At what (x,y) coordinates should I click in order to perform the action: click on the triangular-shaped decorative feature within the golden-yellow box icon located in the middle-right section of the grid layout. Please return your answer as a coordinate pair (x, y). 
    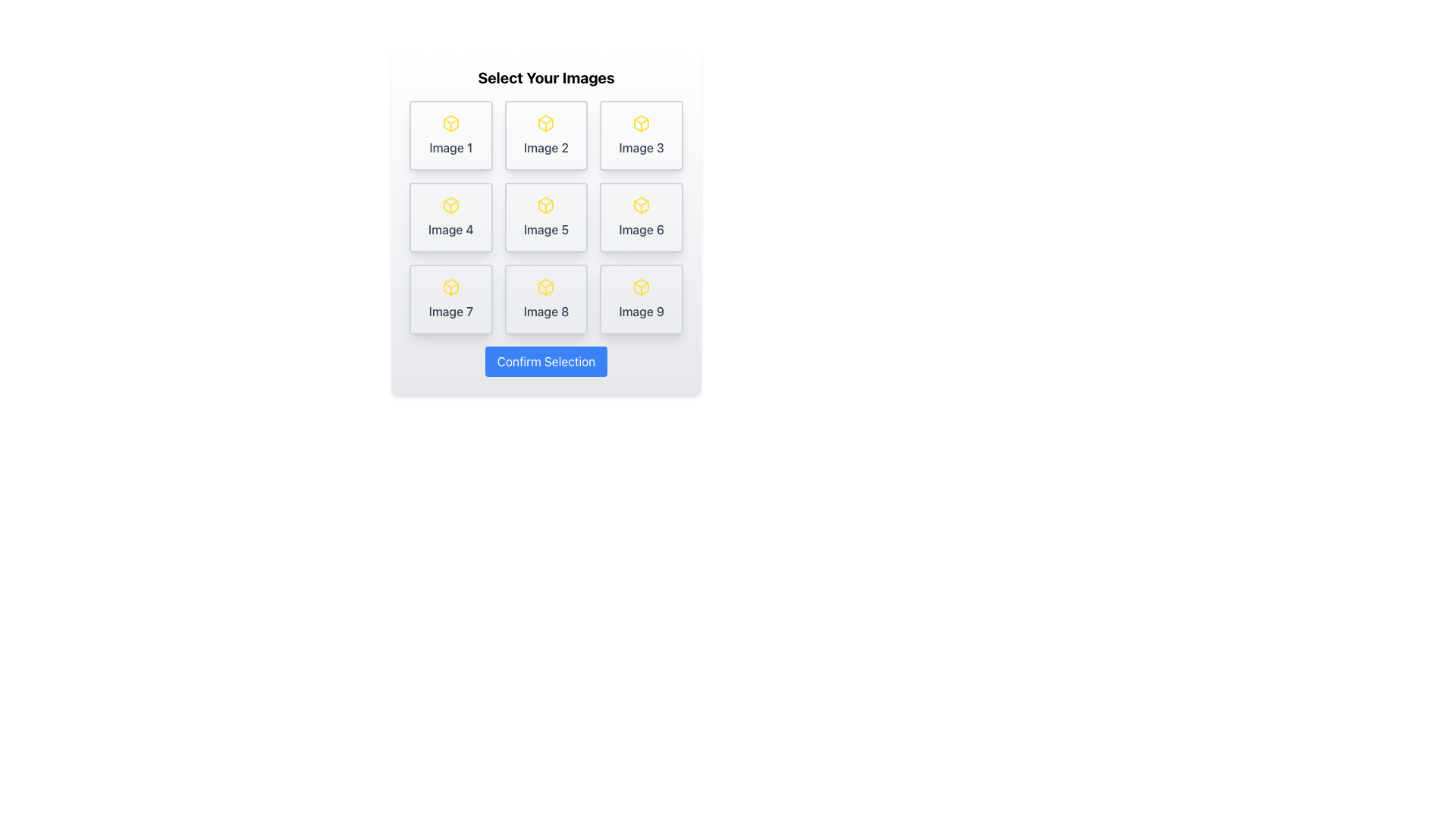
    Looking at the image, I should click on (642, 202).